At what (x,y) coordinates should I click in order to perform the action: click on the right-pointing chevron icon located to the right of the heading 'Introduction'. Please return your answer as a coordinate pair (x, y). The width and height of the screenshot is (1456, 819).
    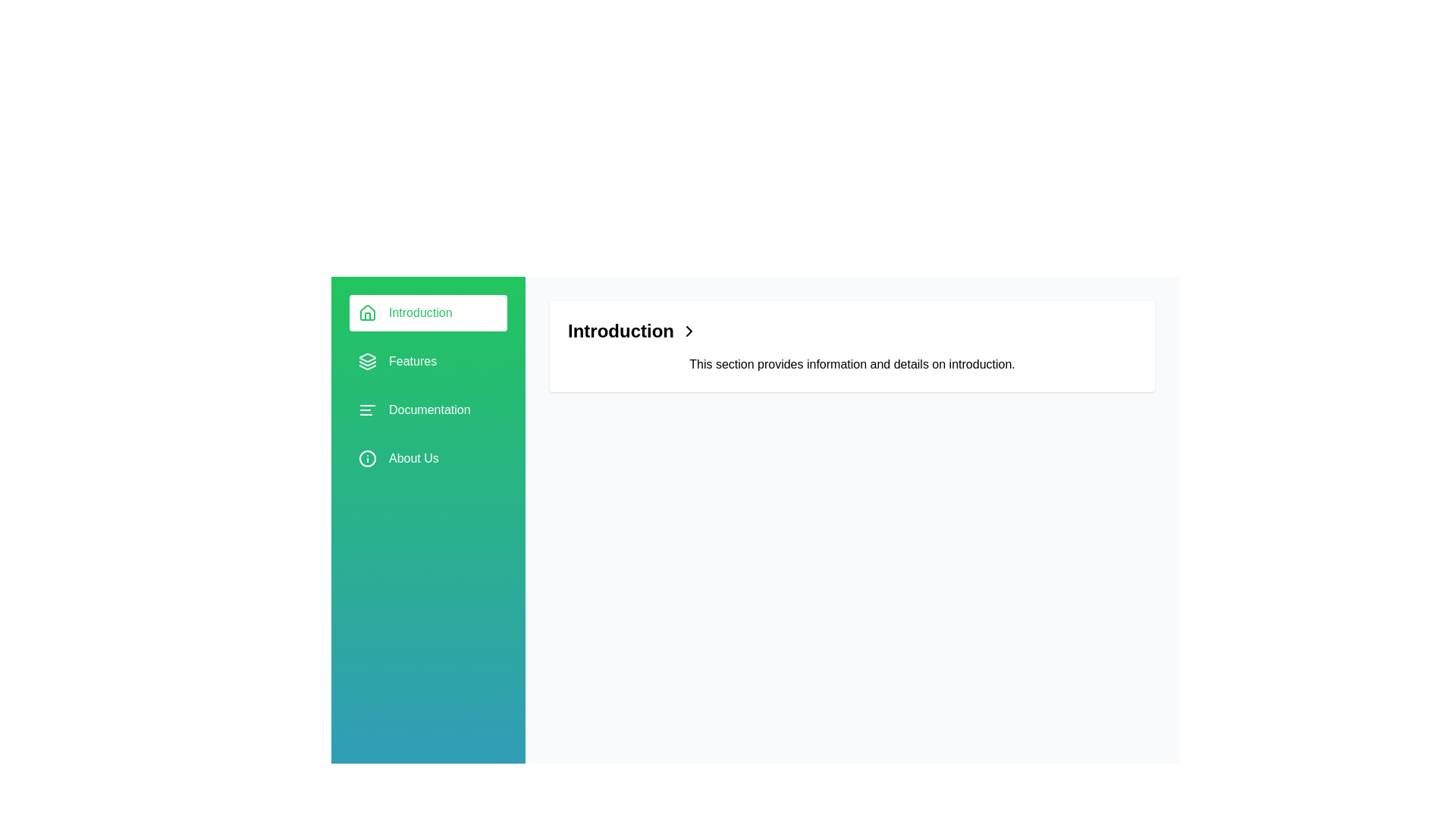
    Looking at the image, I should click on (688, 330).